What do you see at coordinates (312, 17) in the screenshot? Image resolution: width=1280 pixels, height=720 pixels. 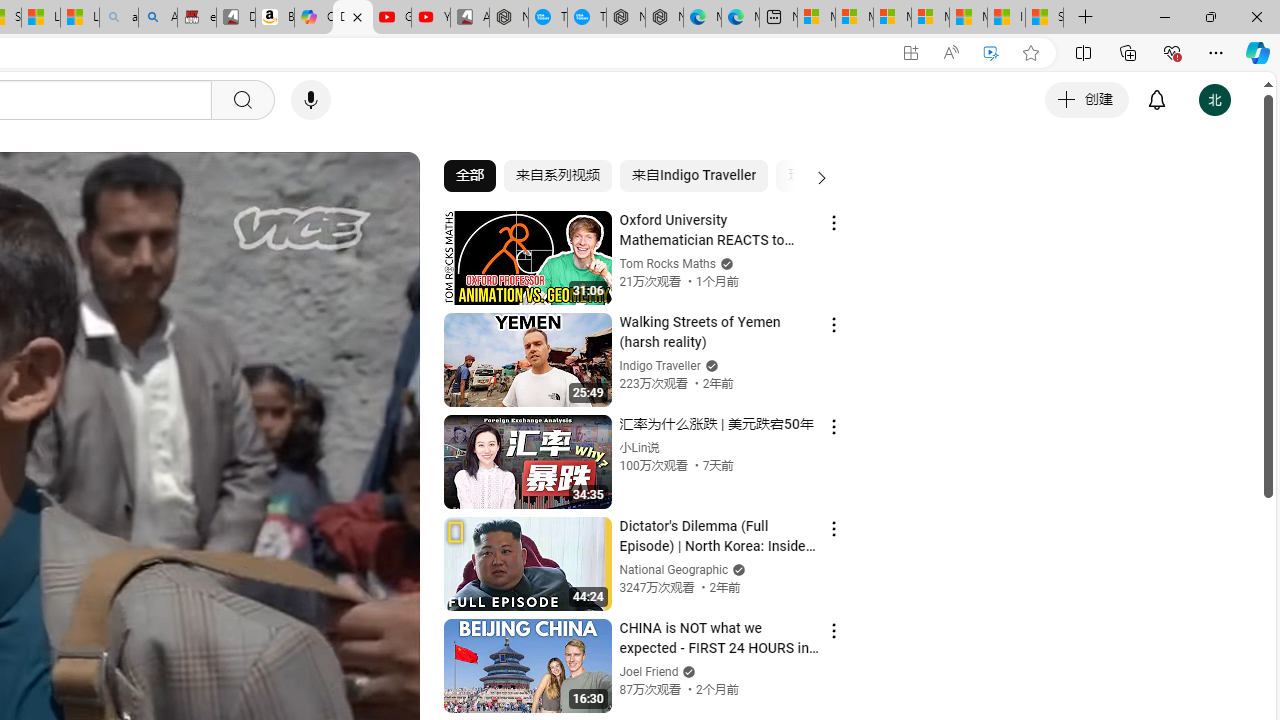 I see `'Copilot'` at bounding box center [312, 17].